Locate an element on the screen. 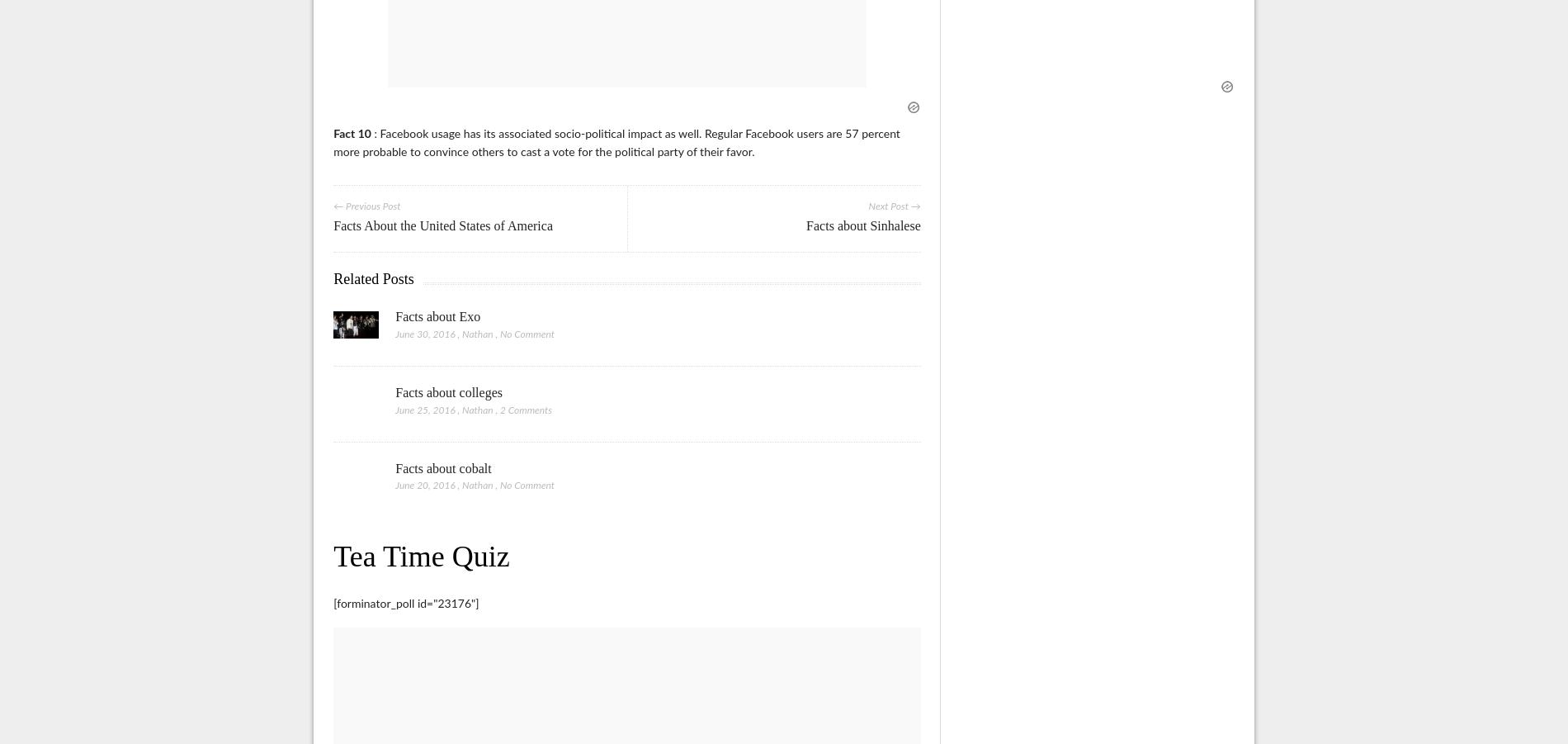  'Facts about colleges' is located at coordinates (448, 391).